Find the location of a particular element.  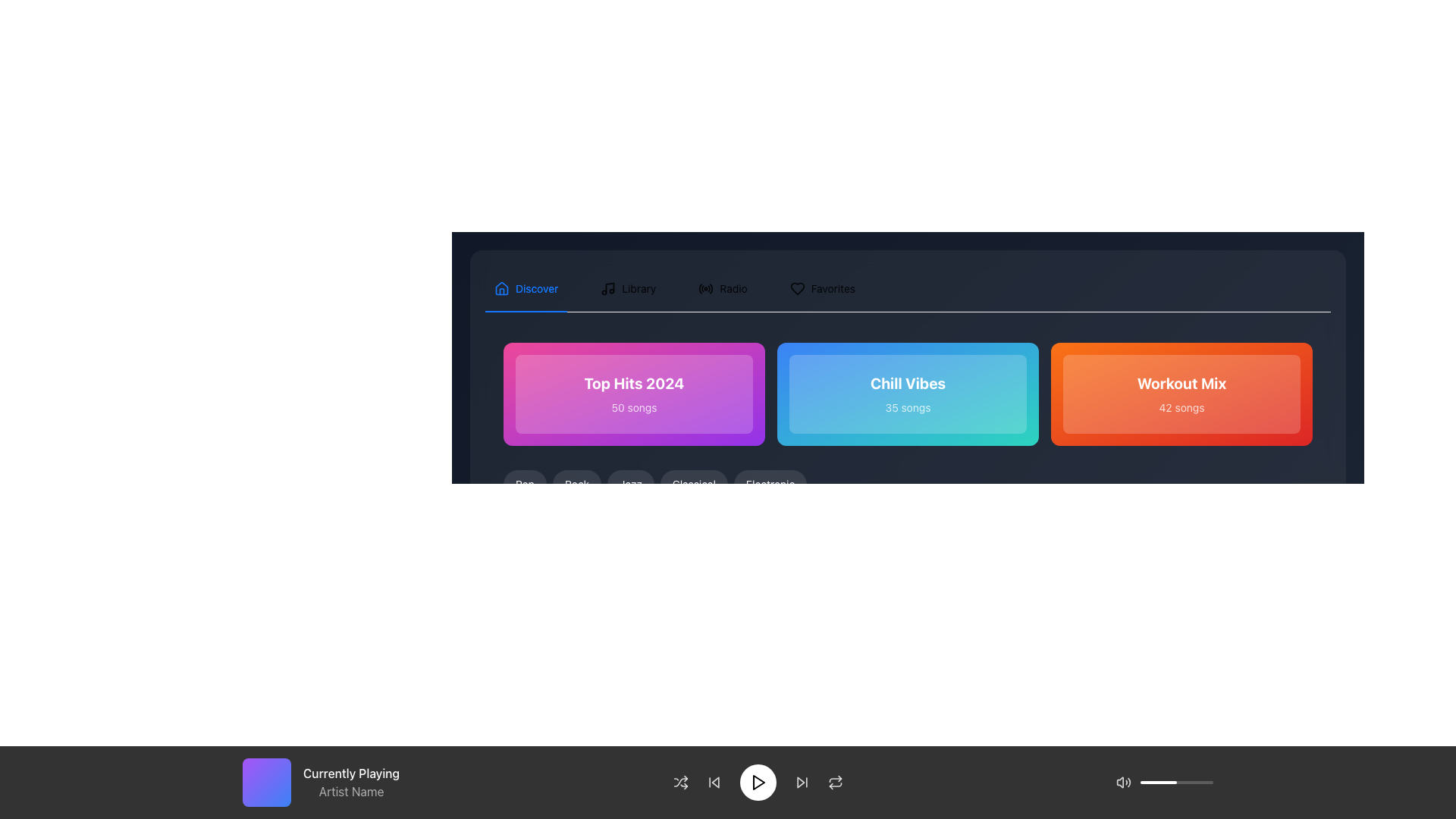

the 'Discover' tab in the horizontal tab navigation bar is located at coordinates (673, 289).